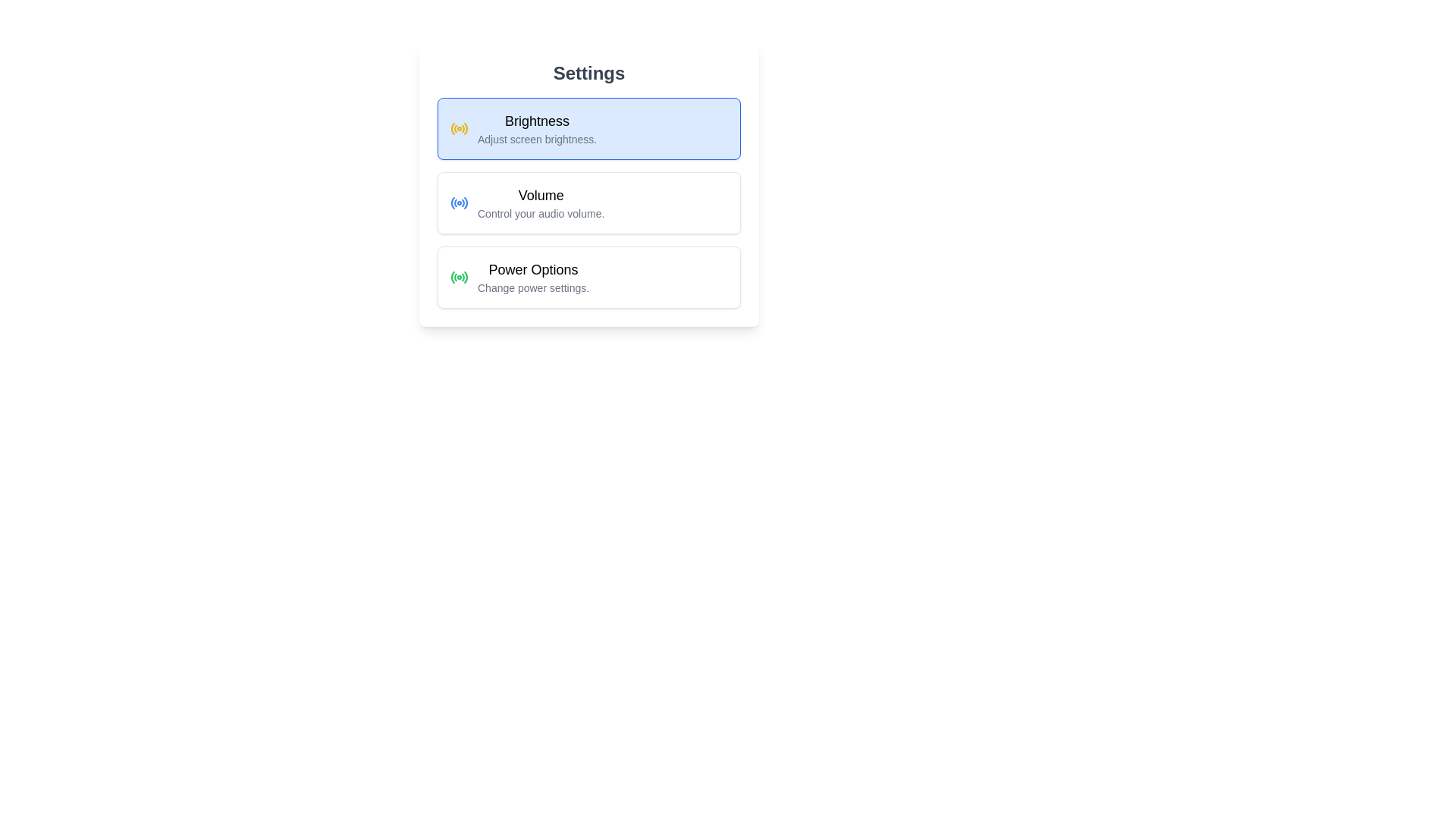 This screenshot has width=1456, height=819. I want to click on the static informational text that reads 'Control your audio volume.', located below the 'Volume' heading in the settings panel, so click(541, 213).